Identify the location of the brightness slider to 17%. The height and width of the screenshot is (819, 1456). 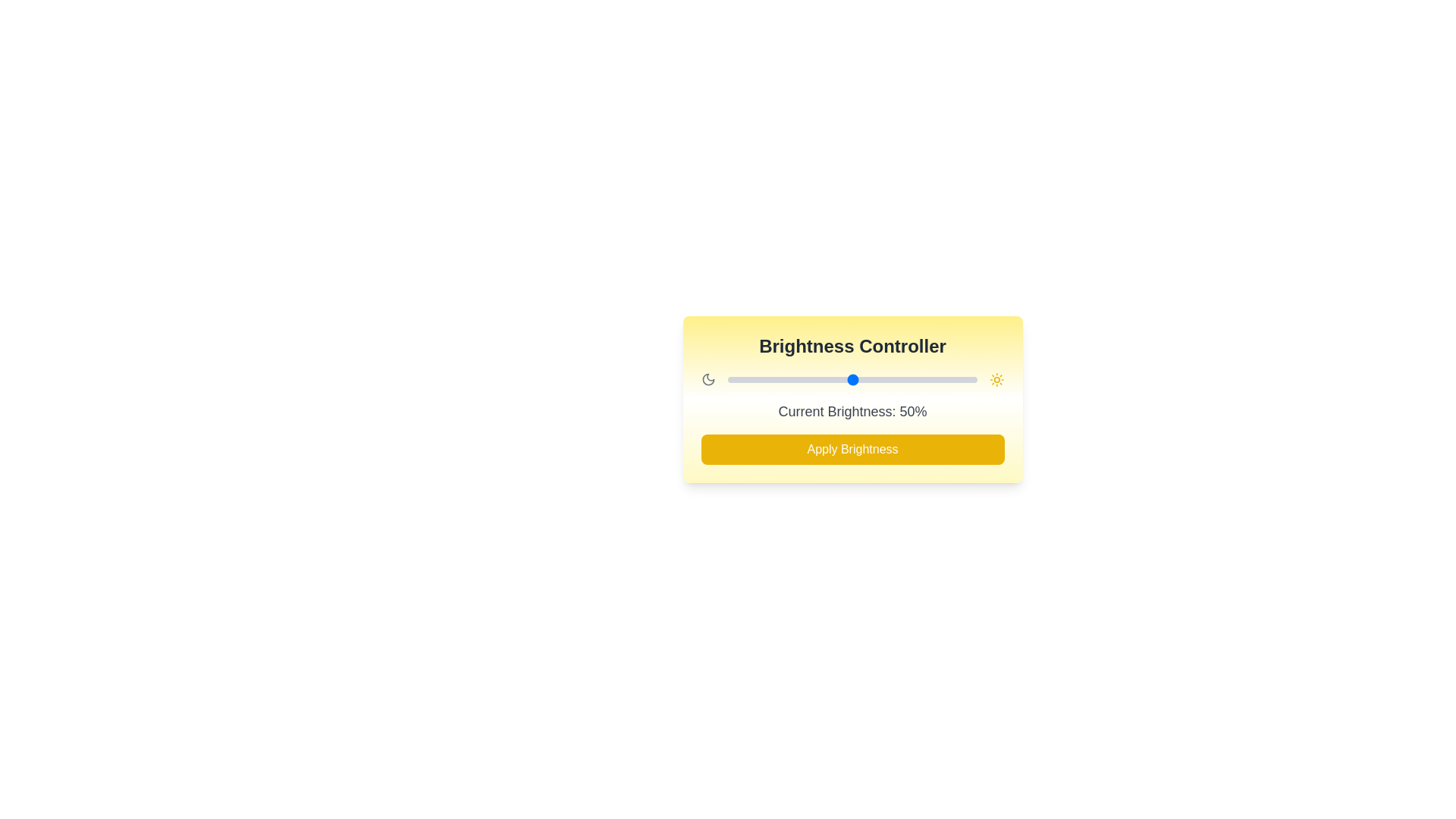
(770, 379).